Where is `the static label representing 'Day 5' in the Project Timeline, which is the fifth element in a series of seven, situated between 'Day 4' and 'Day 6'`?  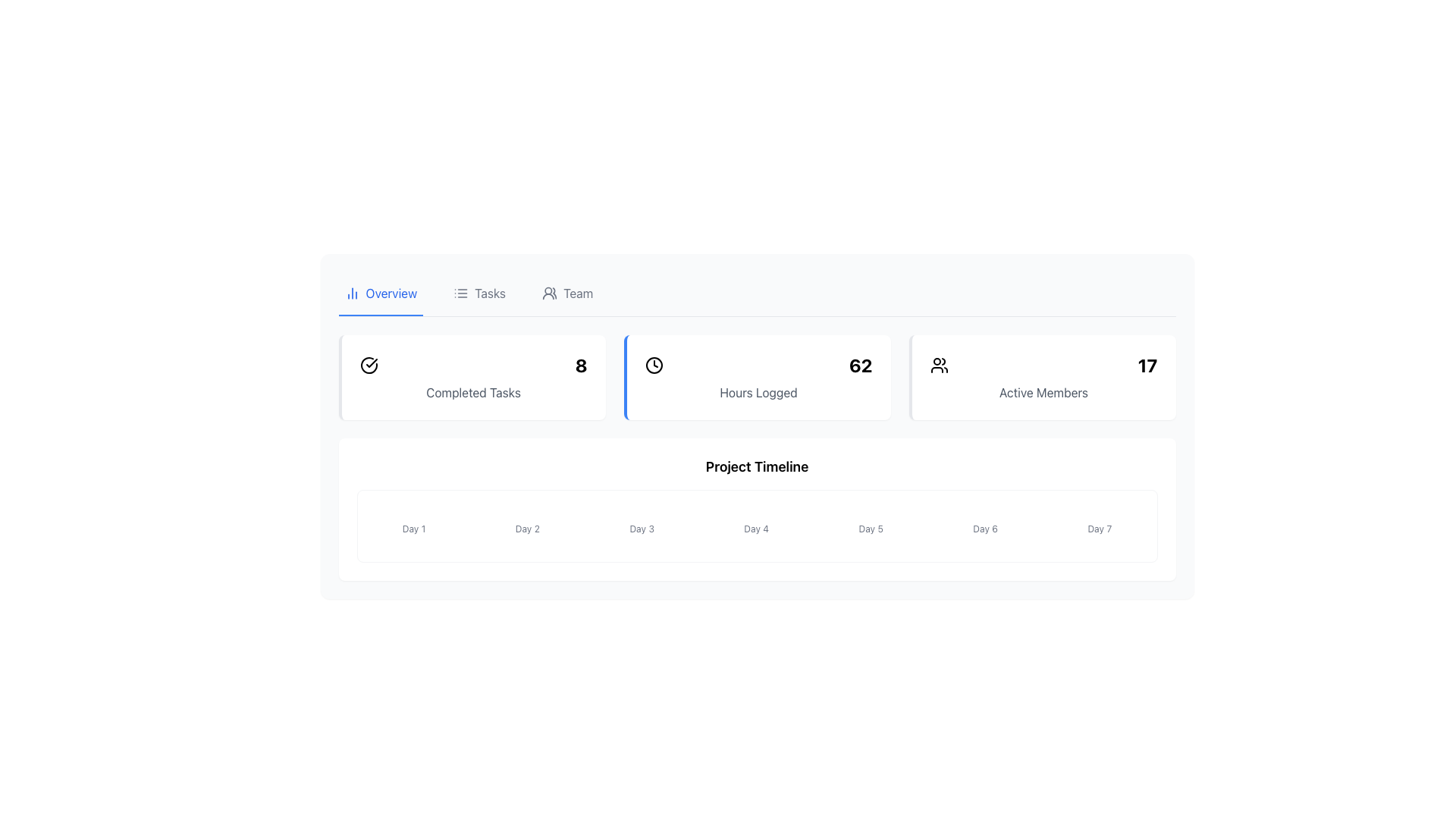
the static label representing 'Day 5' in the Project Timeline, which is the fifth element in a series of seven, situated between 'Day 4' and 'Day 6' is located at coordinates (871, 526).